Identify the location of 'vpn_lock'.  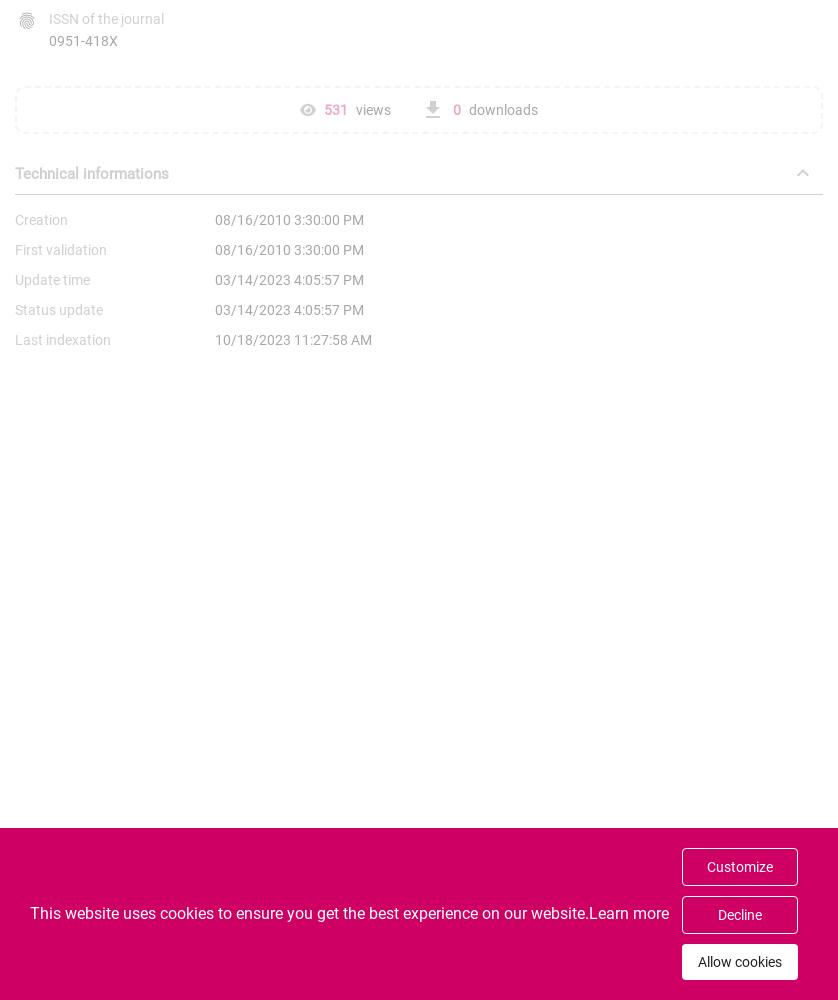
(60, 980).